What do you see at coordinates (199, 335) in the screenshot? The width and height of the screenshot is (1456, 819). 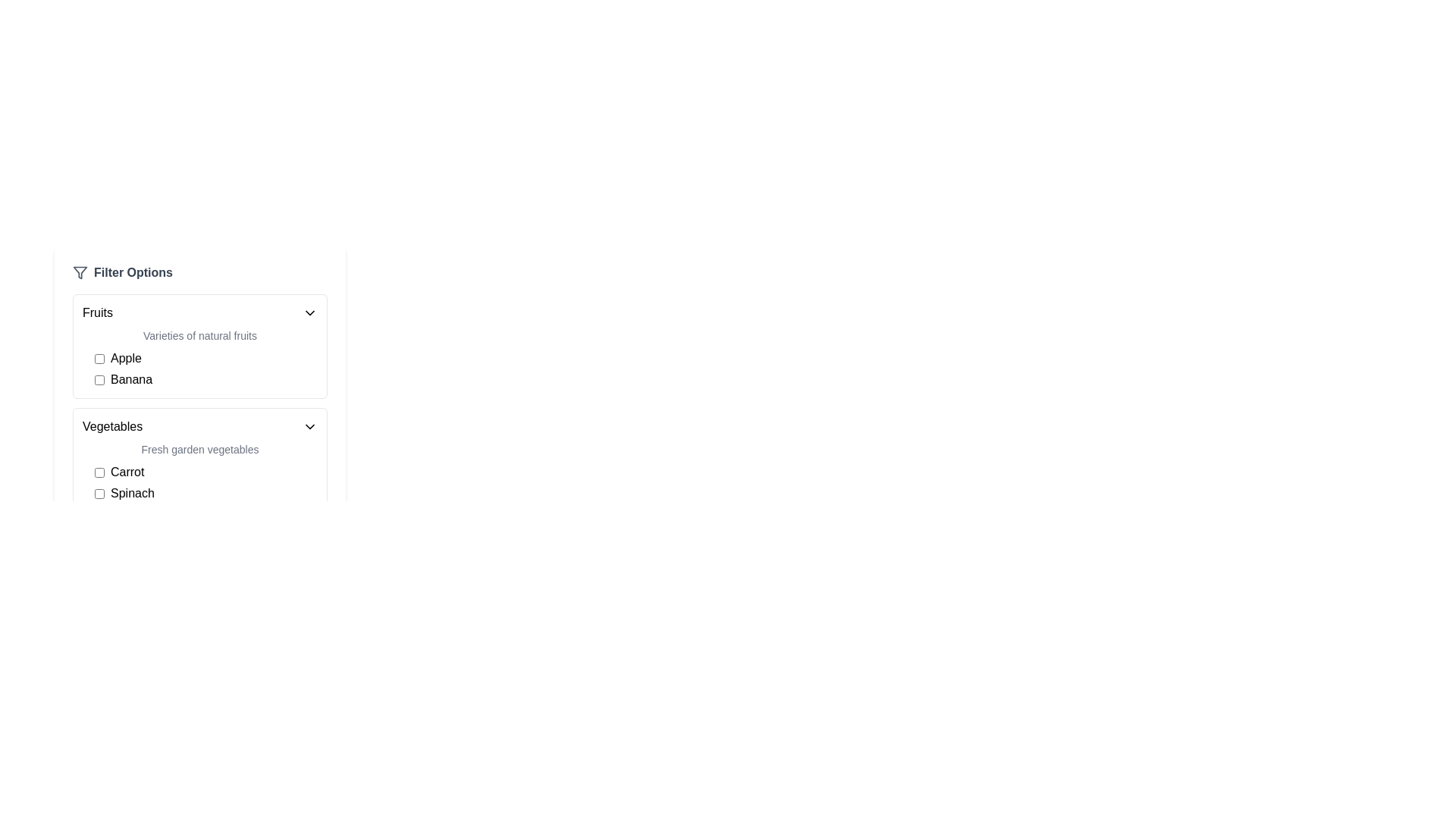 I see `the descriptive label for the 'Fruits' dropdown list, which is positioned above the list of options in the 'Filter Options' section` at bounding box center [199, 335].